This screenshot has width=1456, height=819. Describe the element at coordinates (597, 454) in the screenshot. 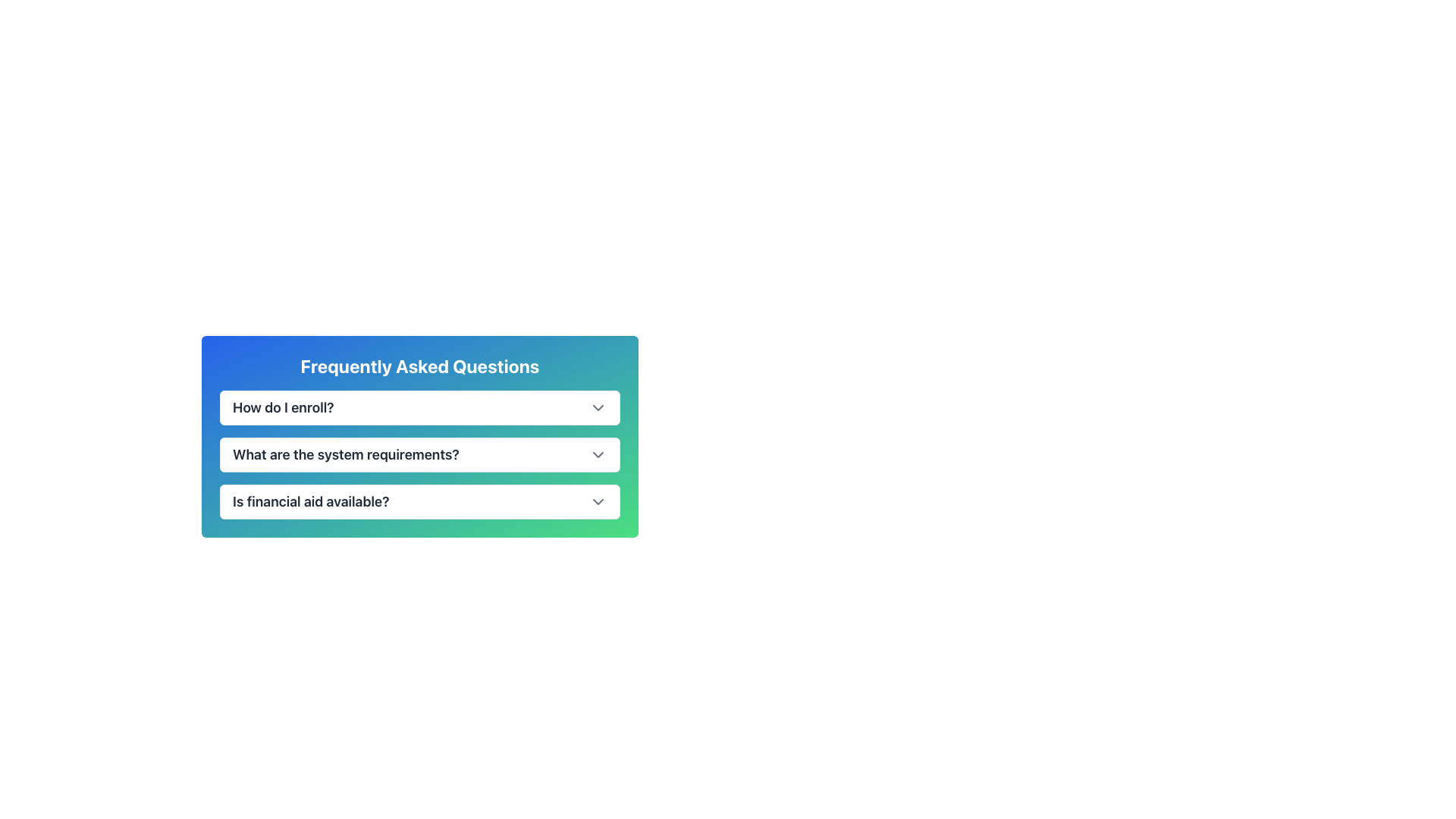

I see `the Dropdown Chevron Icon located to the right of the question text 'What are the system requirements?'` at that location.